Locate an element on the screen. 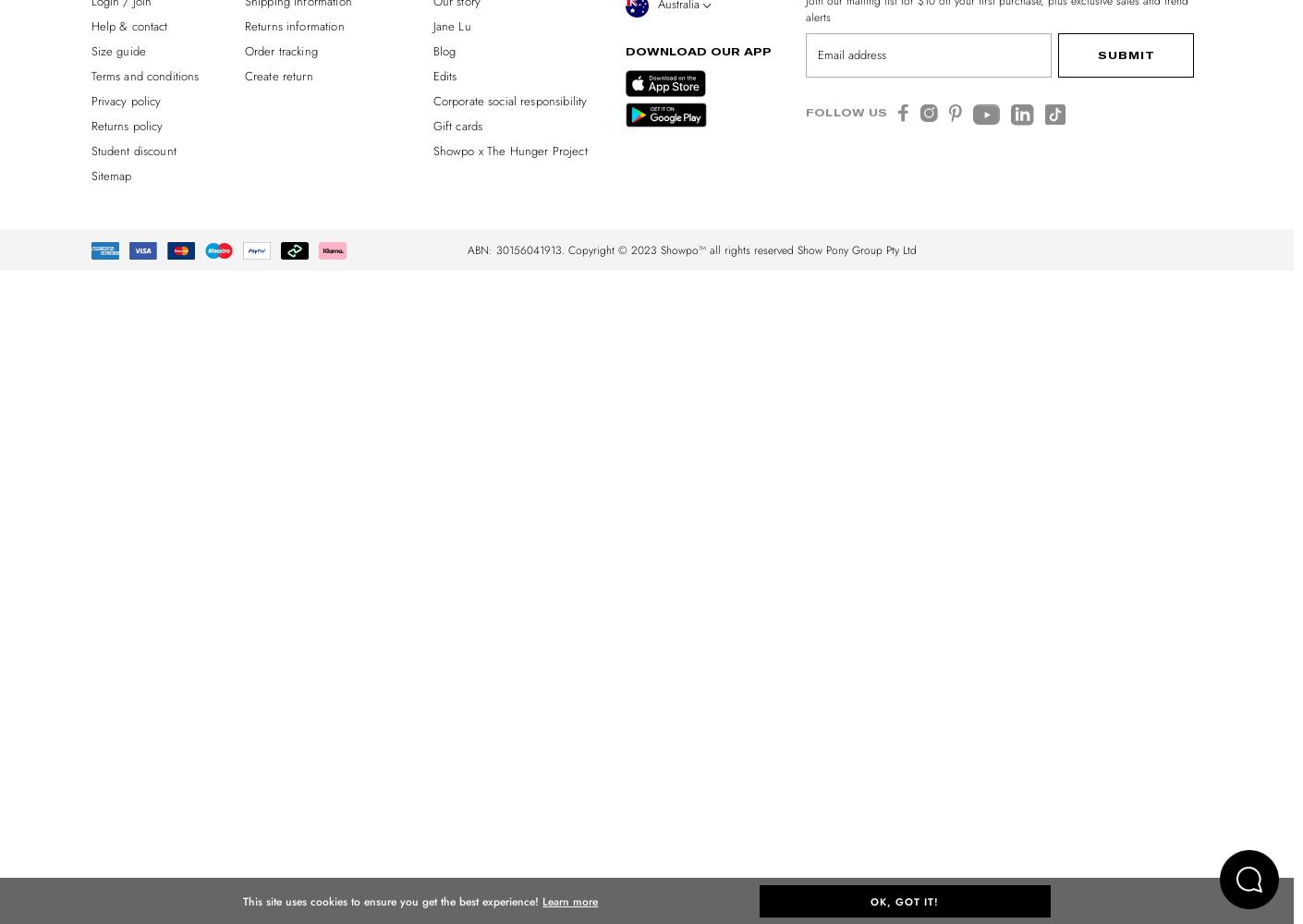  'Returns policy' is located at coordinates (127, 125).